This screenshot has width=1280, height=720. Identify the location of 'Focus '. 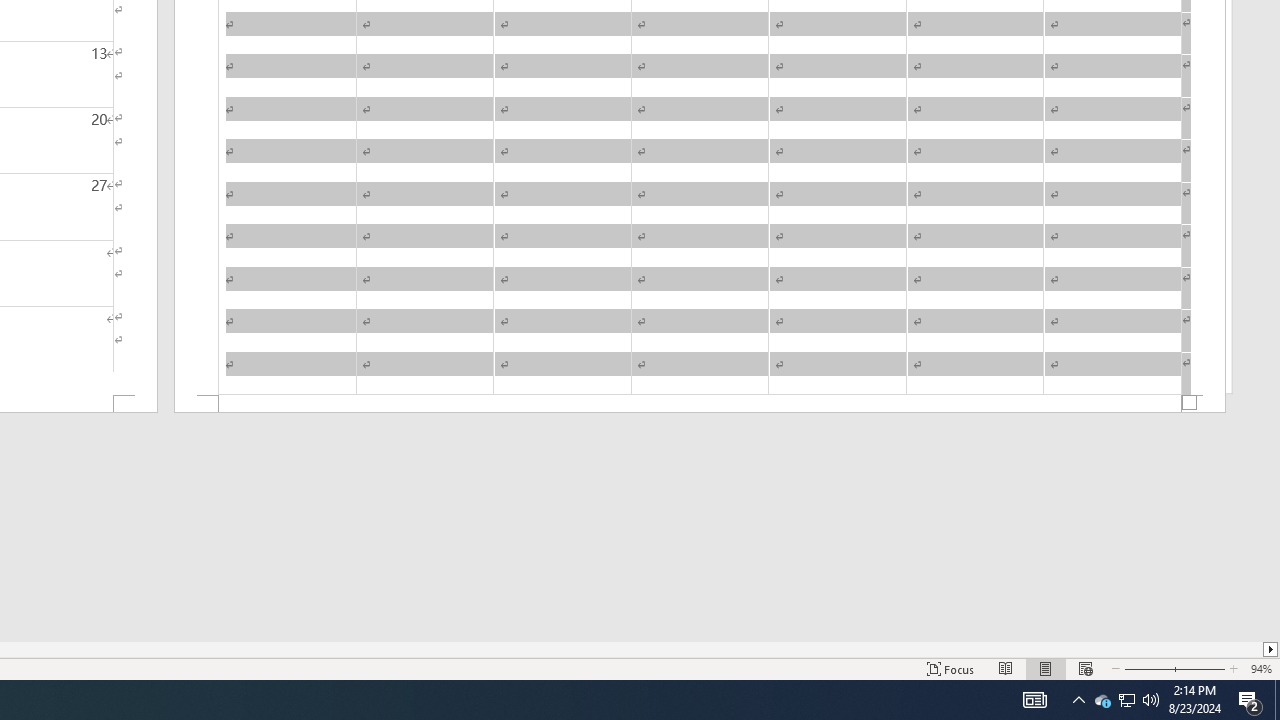
(950, 669).